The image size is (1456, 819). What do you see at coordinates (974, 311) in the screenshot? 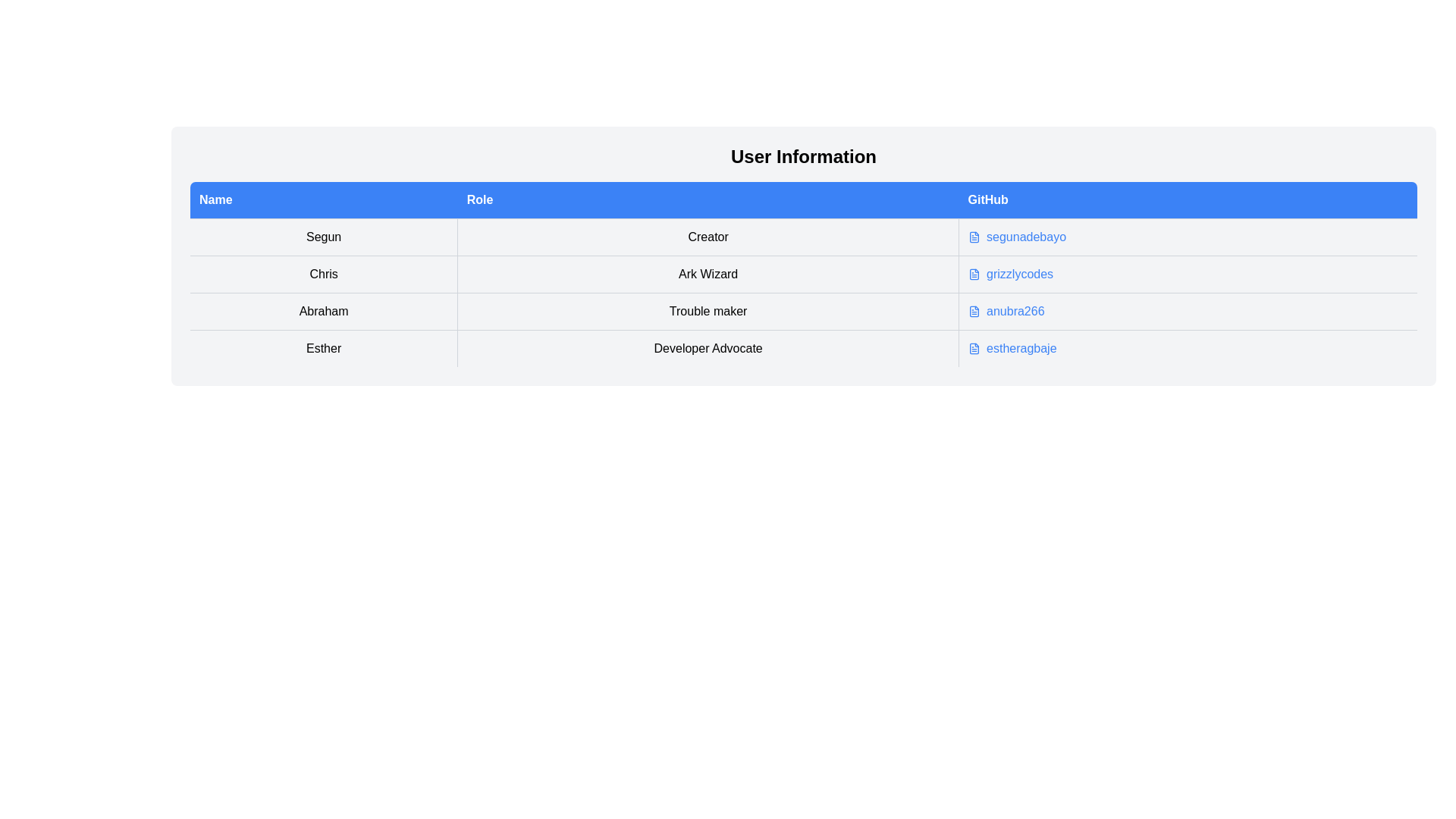
I see `the document icon representing a GitHub repository associated with Abraham, located in the table under the 'GitHub' header` at bounding box center [974, 311].